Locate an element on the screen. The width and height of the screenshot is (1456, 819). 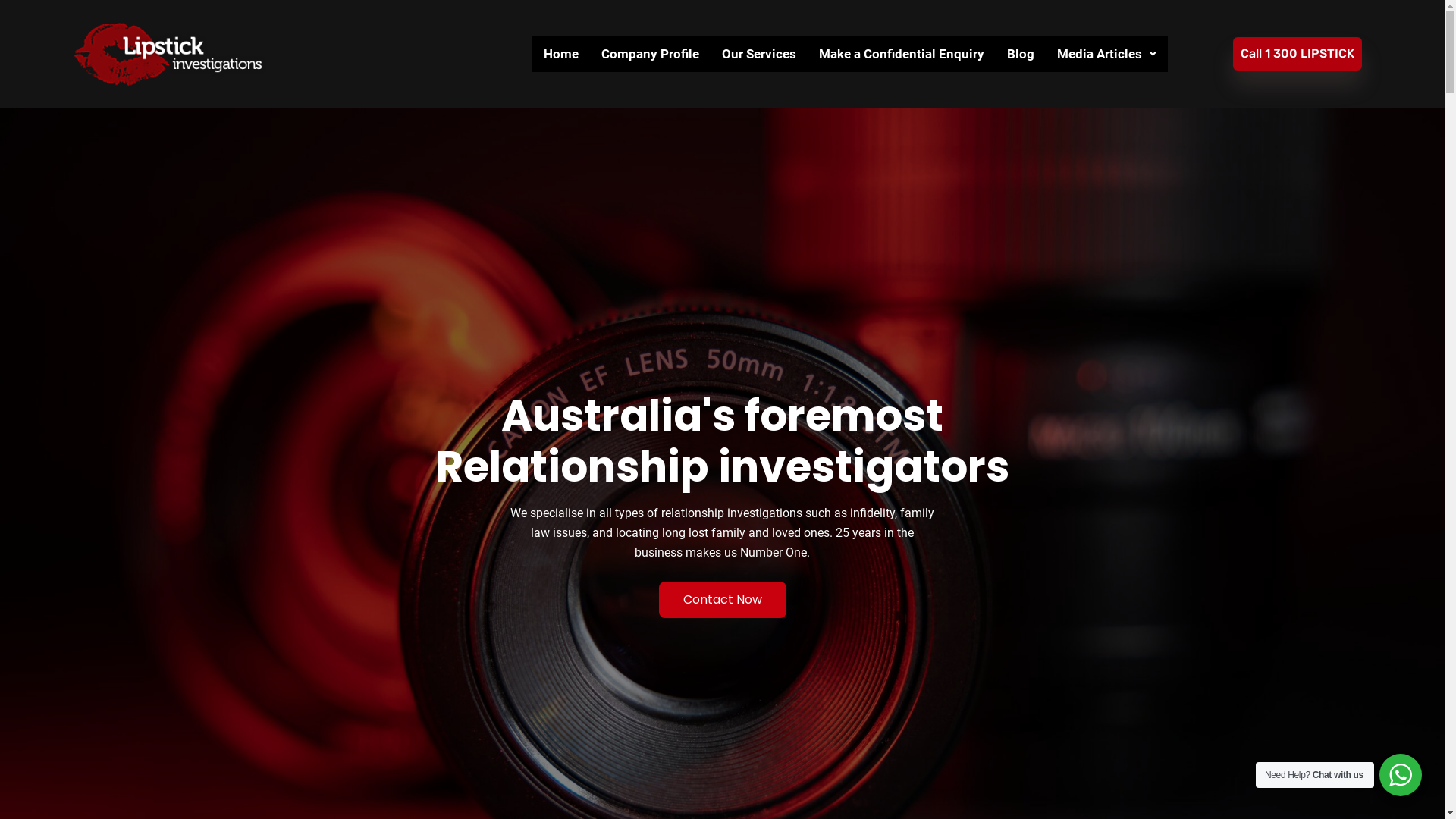
'Home' is located at coordinates (560, 53).